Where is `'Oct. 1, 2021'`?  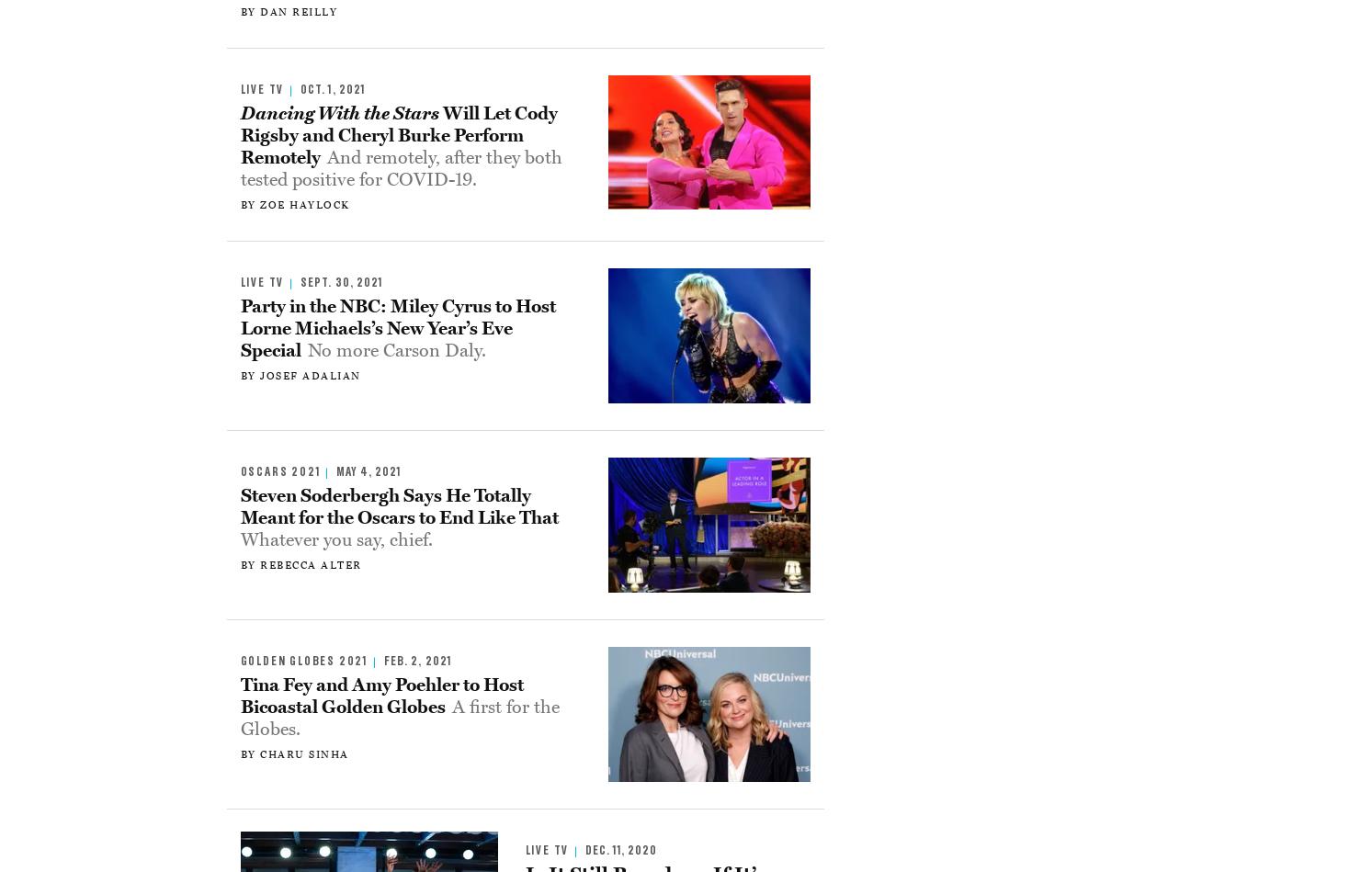 'Oct. 1, 2021' is located at coordinates (331, 90).